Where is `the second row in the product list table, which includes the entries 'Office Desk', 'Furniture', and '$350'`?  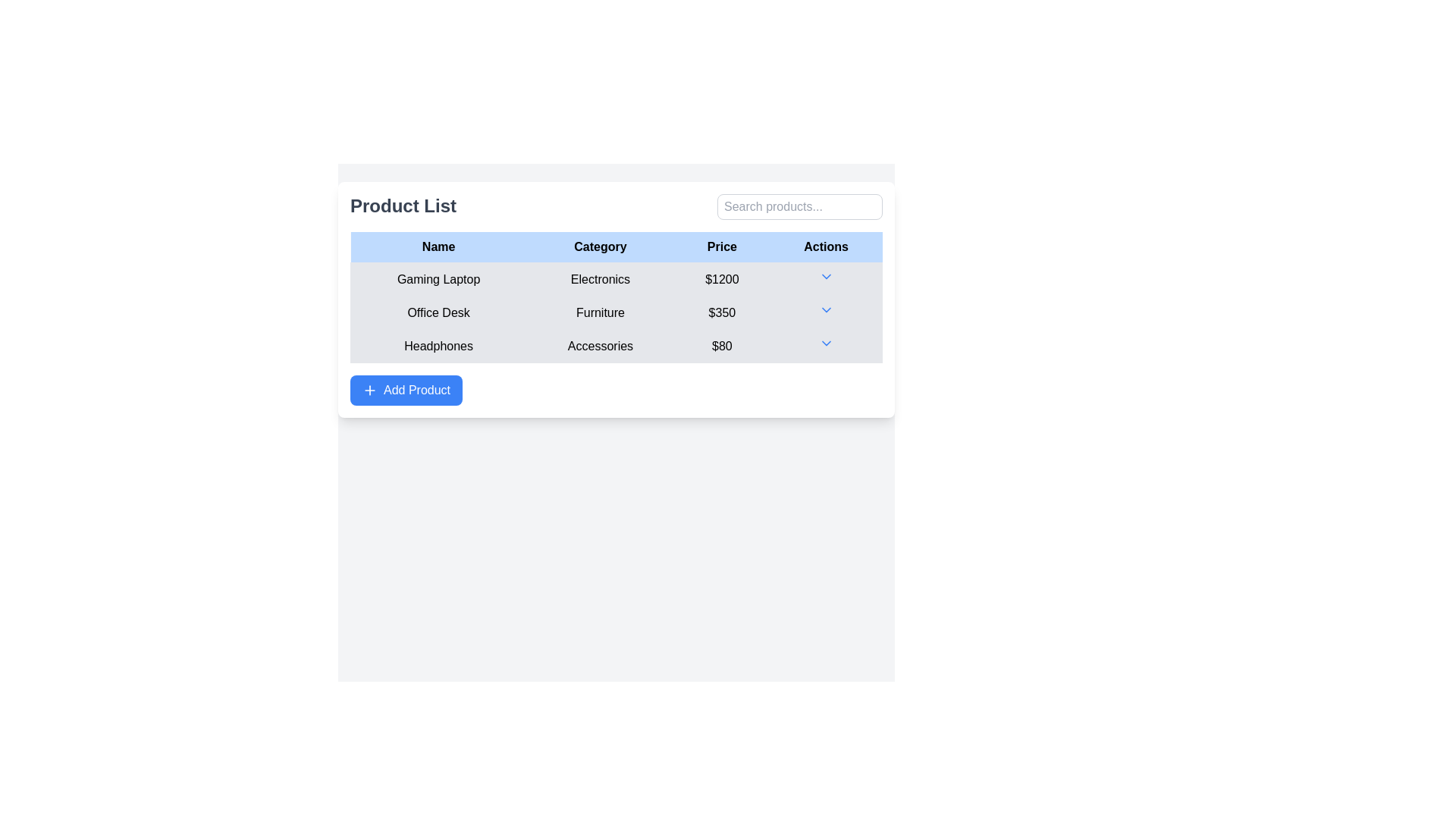 the second row in the product list table, which includes the entries 'Office Desk', 'Furniture', and '$350' is located at coordinates (616, 312).